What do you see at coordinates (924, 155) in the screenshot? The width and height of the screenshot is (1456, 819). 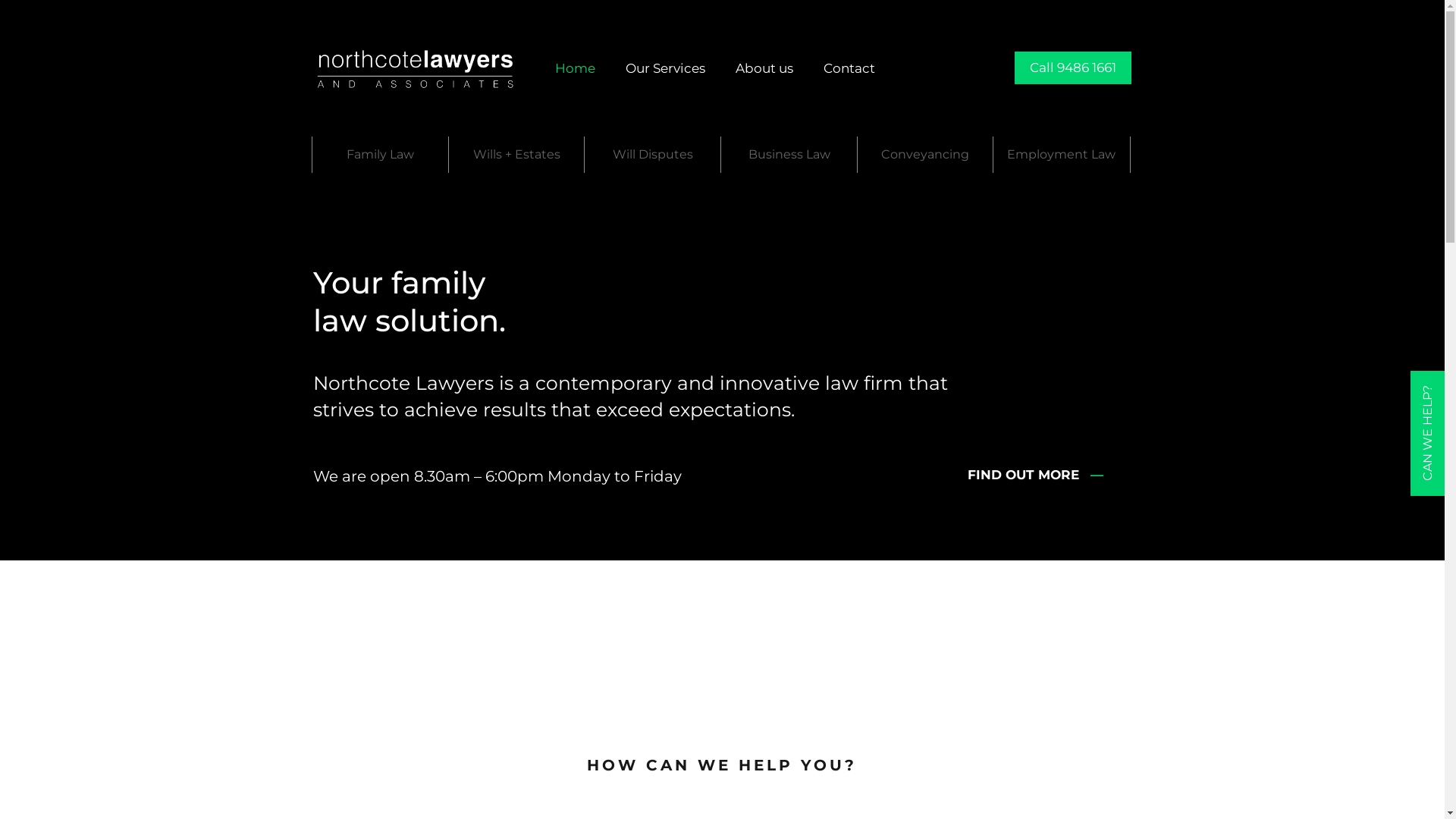 I see `'Conveyancing'` at bounding box center [924, 155].